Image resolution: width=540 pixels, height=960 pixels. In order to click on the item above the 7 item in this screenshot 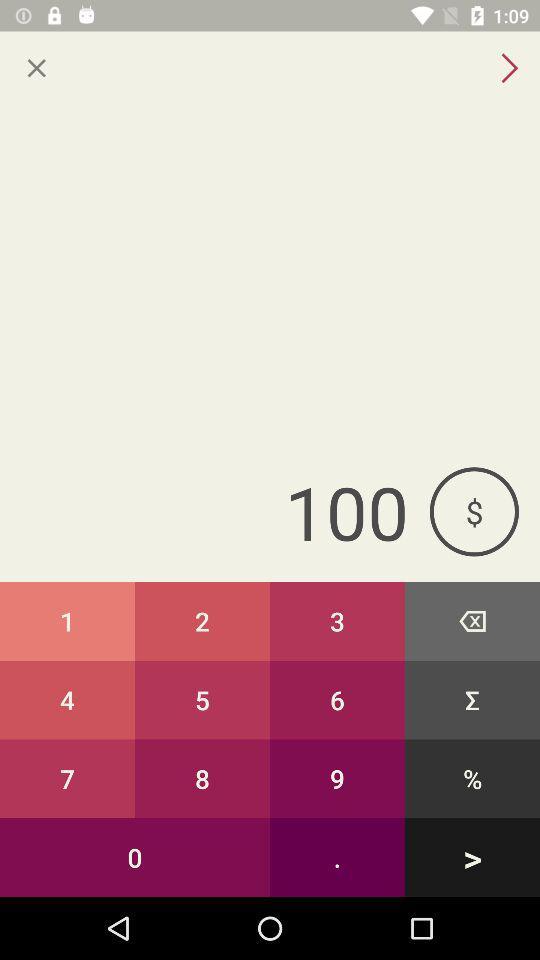, I will do `click(67, 700)`.